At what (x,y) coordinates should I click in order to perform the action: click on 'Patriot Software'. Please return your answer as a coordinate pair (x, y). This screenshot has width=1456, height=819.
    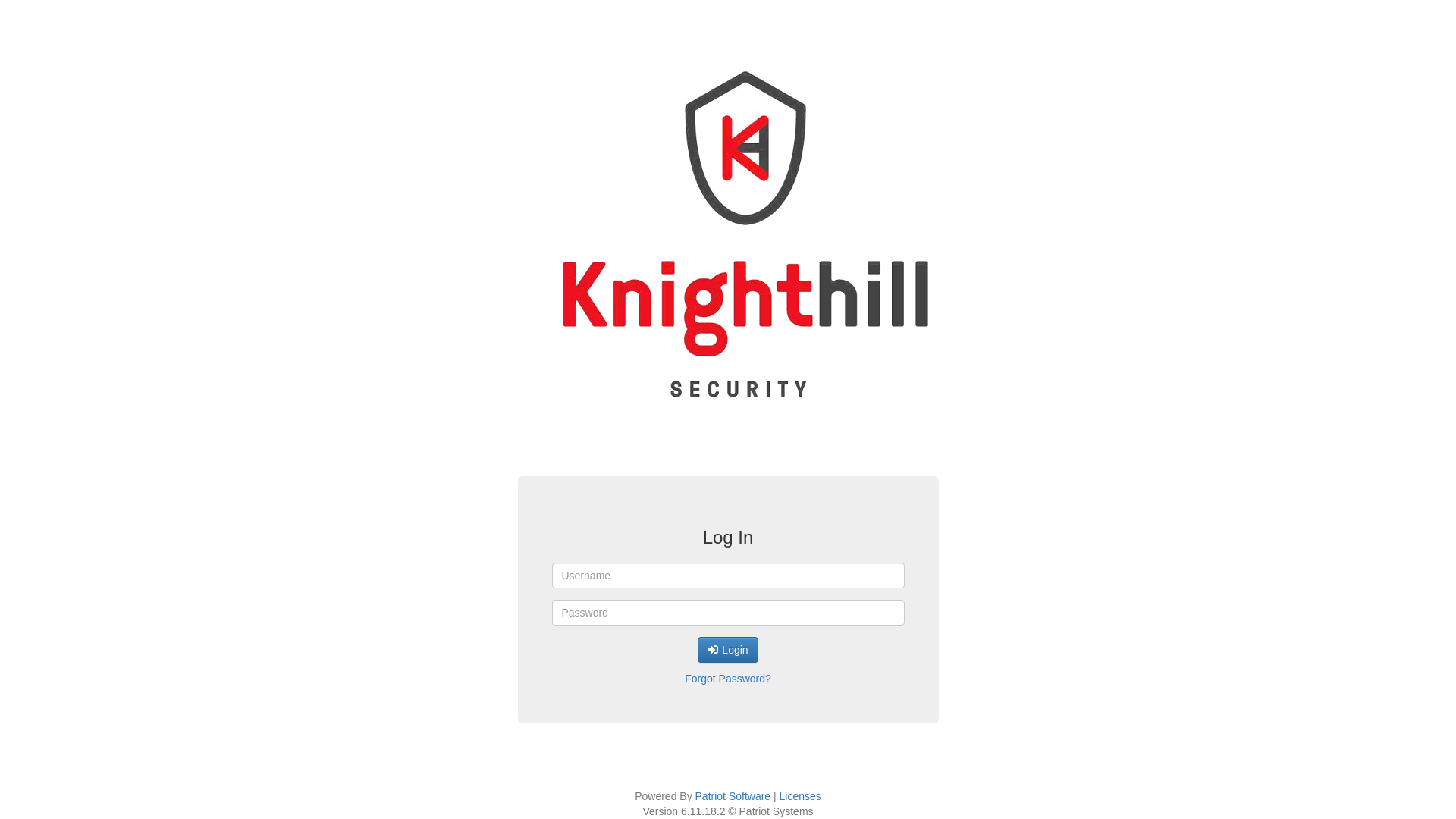
    Looking at the image, I should click on (733, 795).